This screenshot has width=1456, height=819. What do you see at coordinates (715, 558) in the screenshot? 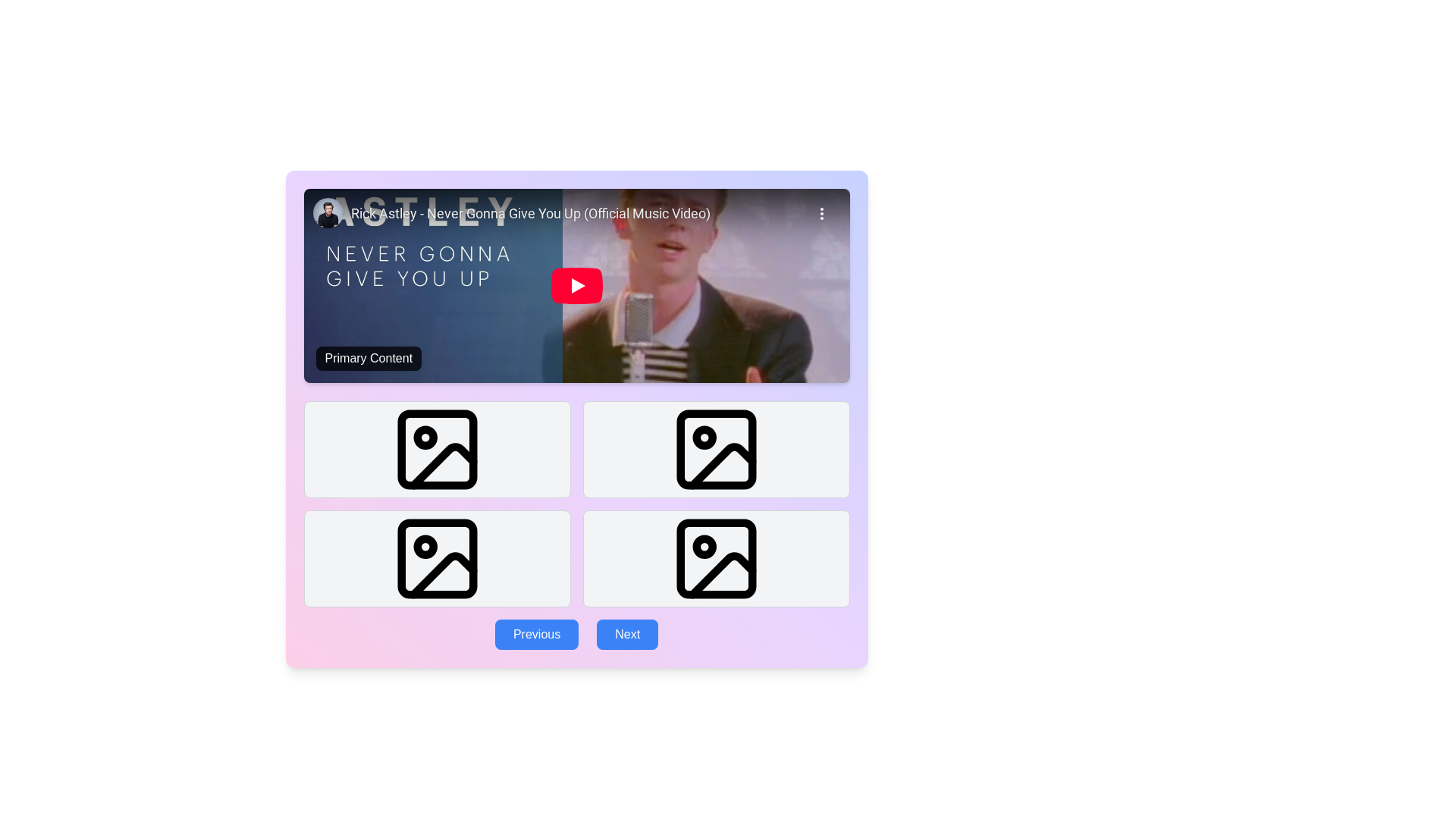
I see `the Image placeholder element, which is a rectangular area with a light gray background and a black image placeholder symbol, located in the second row and second column of the grid layout` at bounding box center [715, 558].